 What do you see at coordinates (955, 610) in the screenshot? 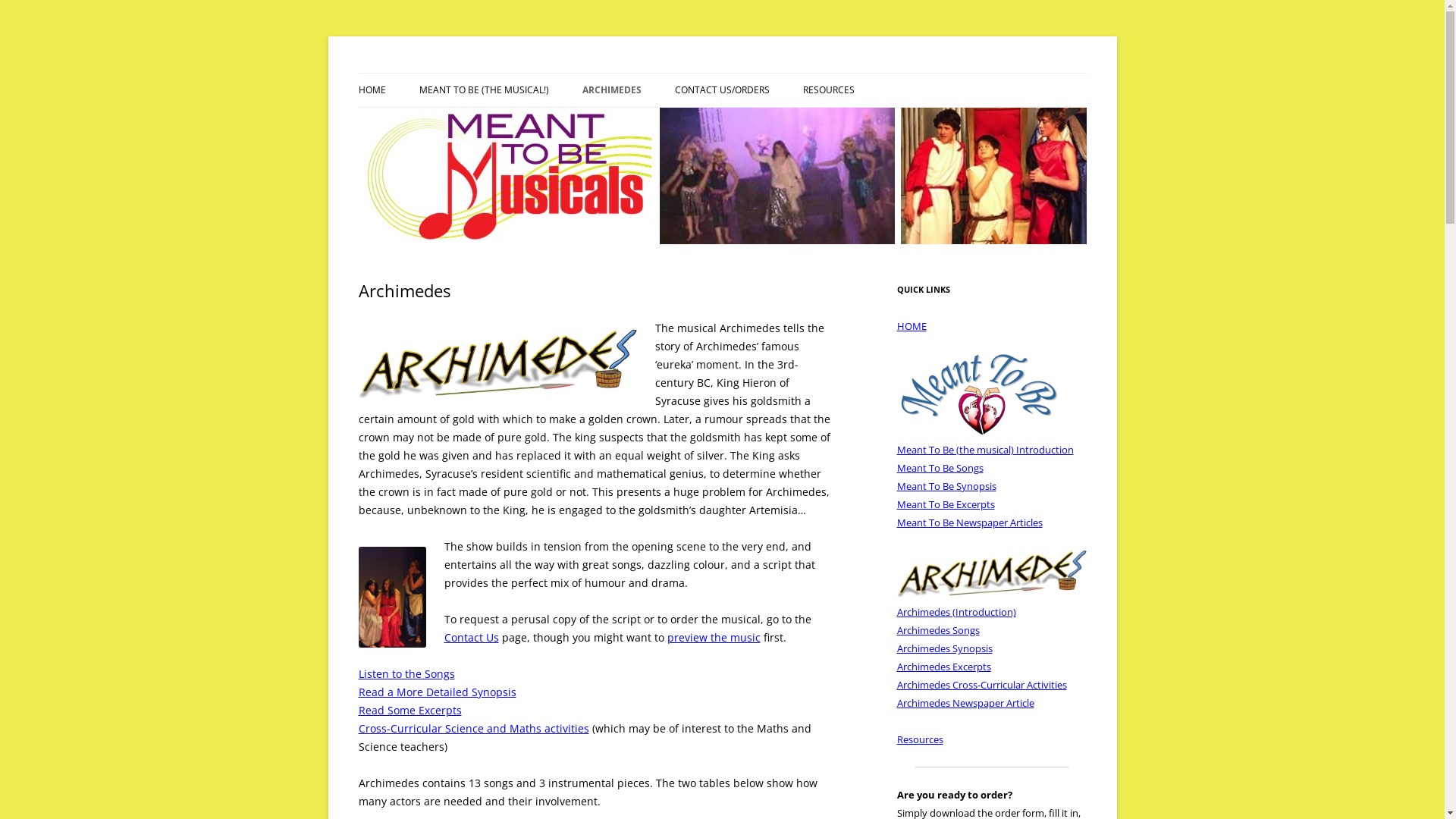
I see `'Archimedes (Introduction)'` at bounding box center [955, 610].